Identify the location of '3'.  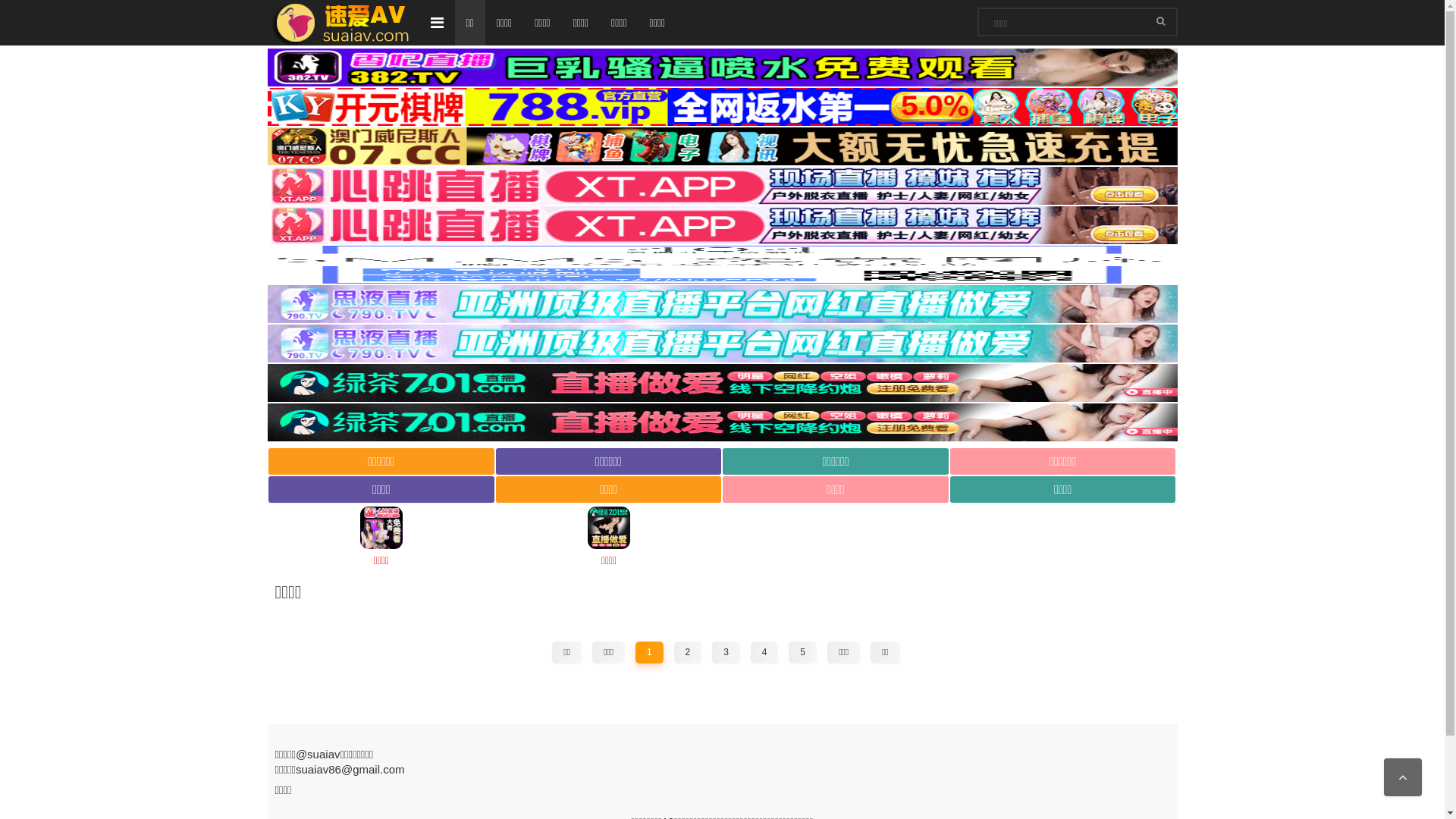
(725, 651).